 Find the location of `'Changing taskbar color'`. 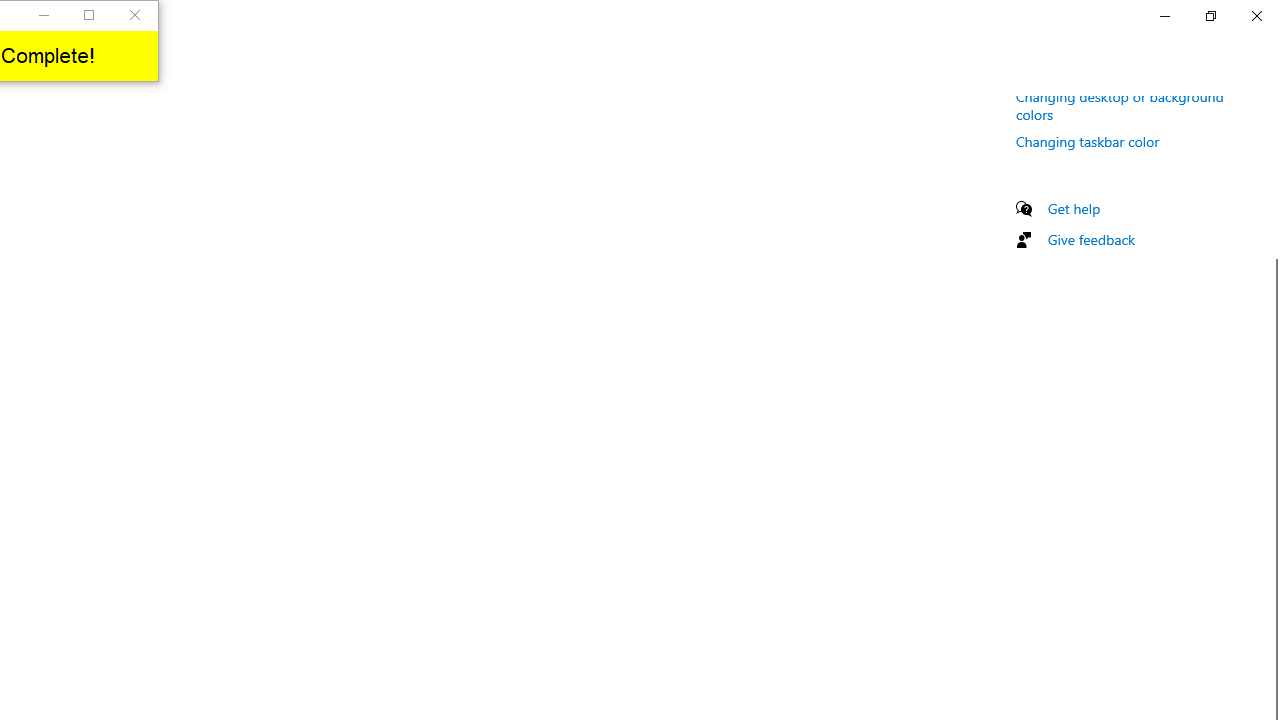

'Changing taskbar color' is located at coordinates (1087, 140).